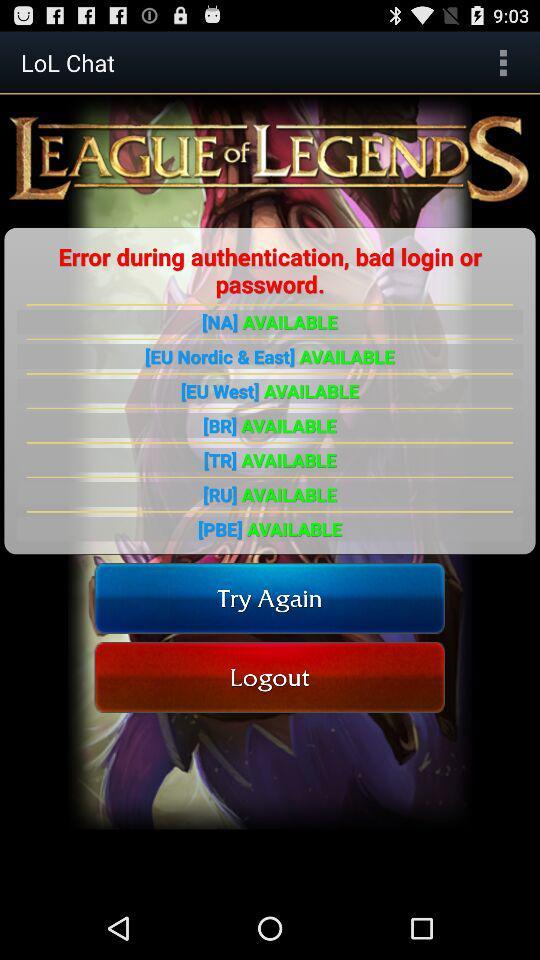  Describe the element at coordinates (269, 598) in the screenshot. I see `try again icon` at that location.